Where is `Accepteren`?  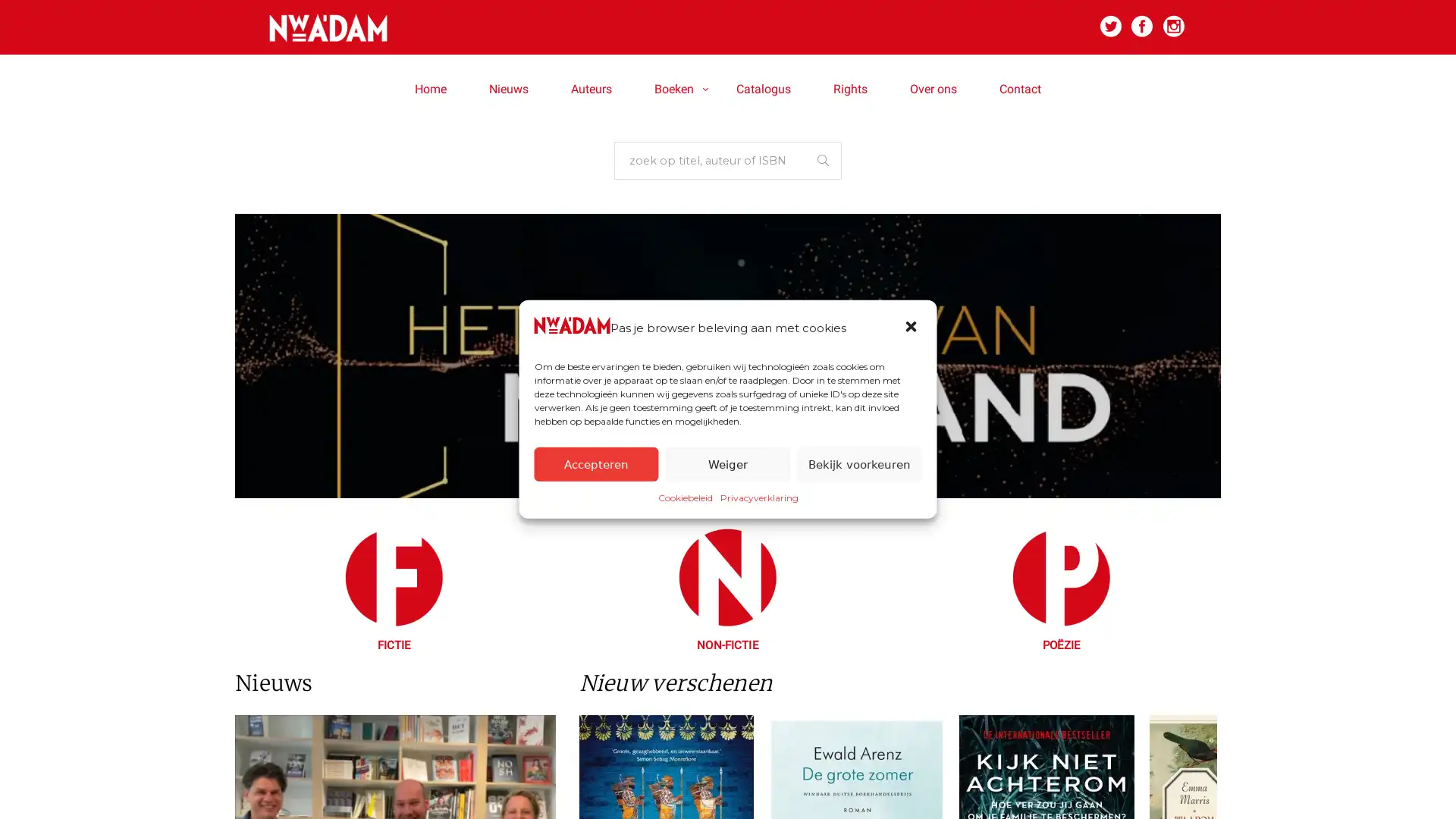
Accepteren is located at coordinates (595, 463).